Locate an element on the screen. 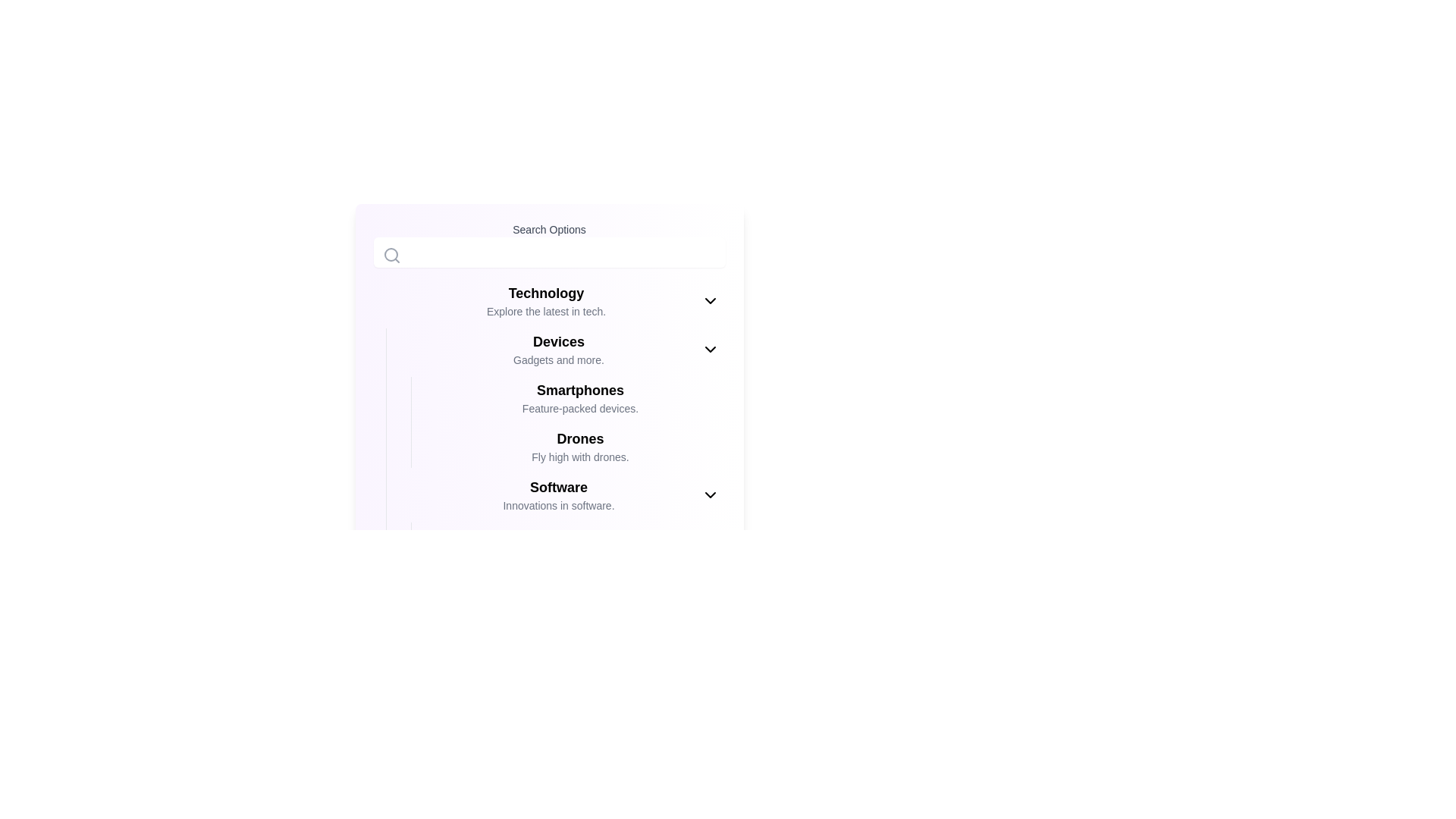 The height and width of the screenshot is (819, 1456). the 'Technology' dropdown menu header is located at coordinates (554, 301).